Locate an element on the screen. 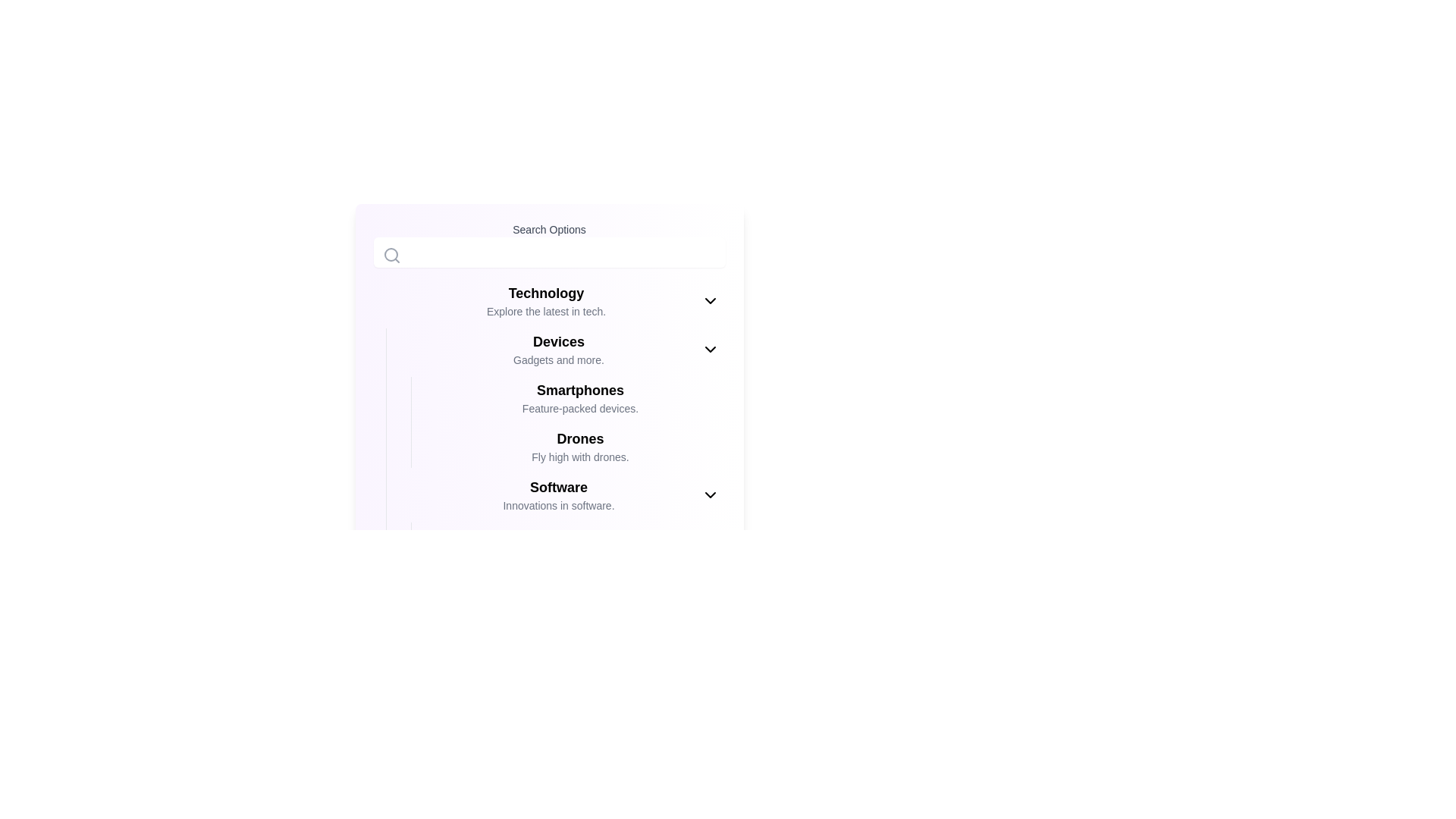 The height and width of the screenshot is (819, 1456). the 'Technology' dropdown menu header is located at coordinates (554, 301).